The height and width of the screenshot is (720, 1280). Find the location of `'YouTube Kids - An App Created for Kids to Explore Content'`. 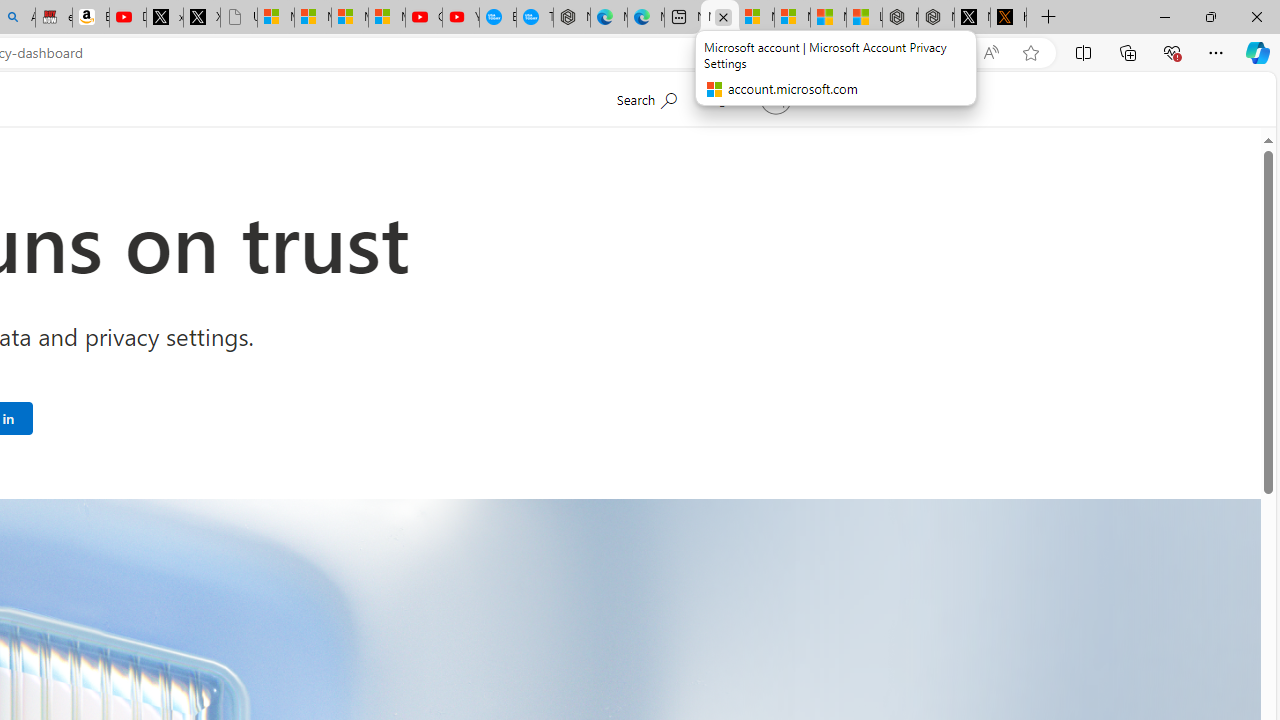

'YouTube Kids - An App Created for Kids to Explore Content' is located at coordinates (459, 17).